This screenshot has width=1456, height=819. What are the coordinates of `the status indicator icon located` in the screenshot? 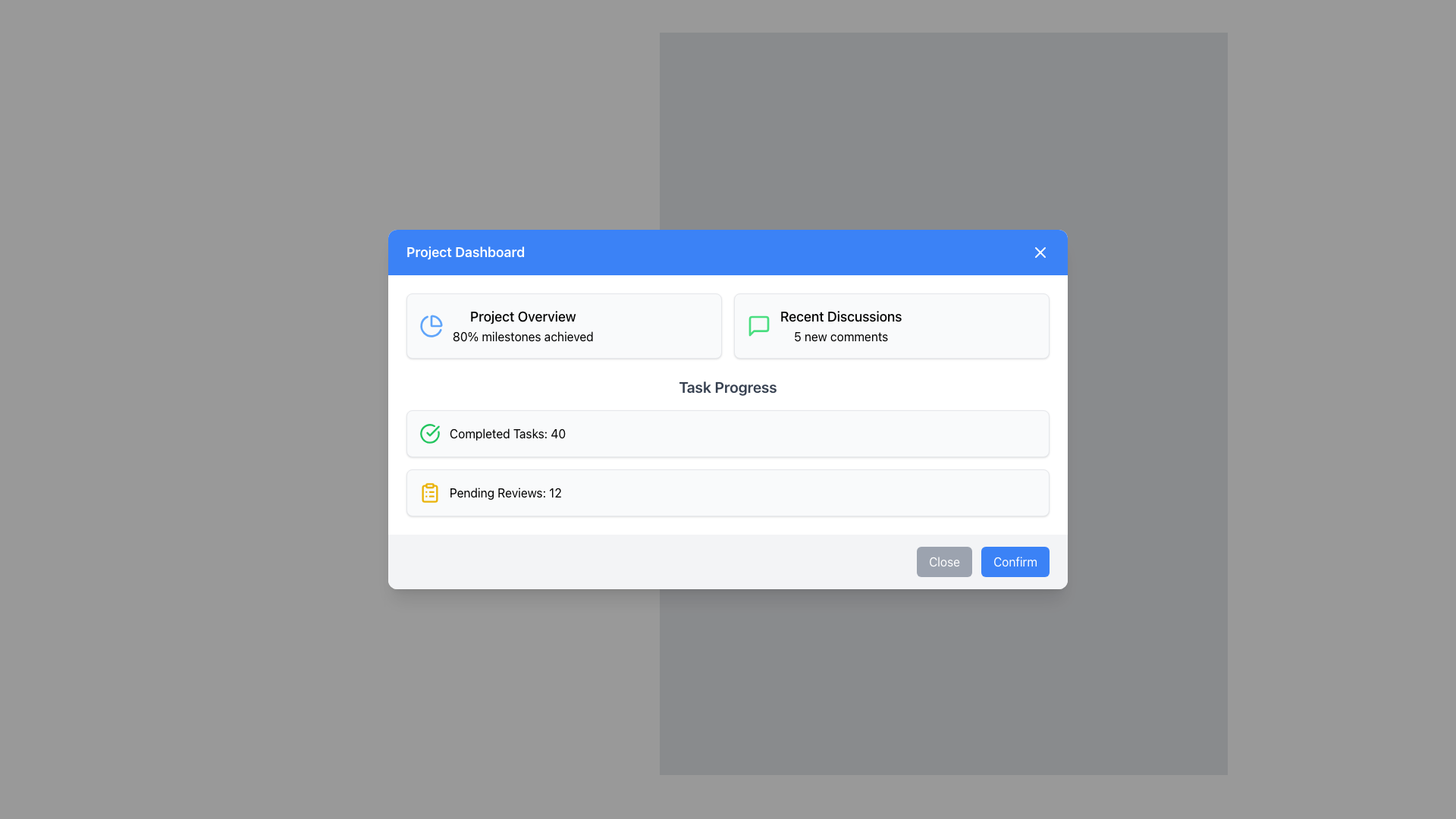 It's located at (428, 433).